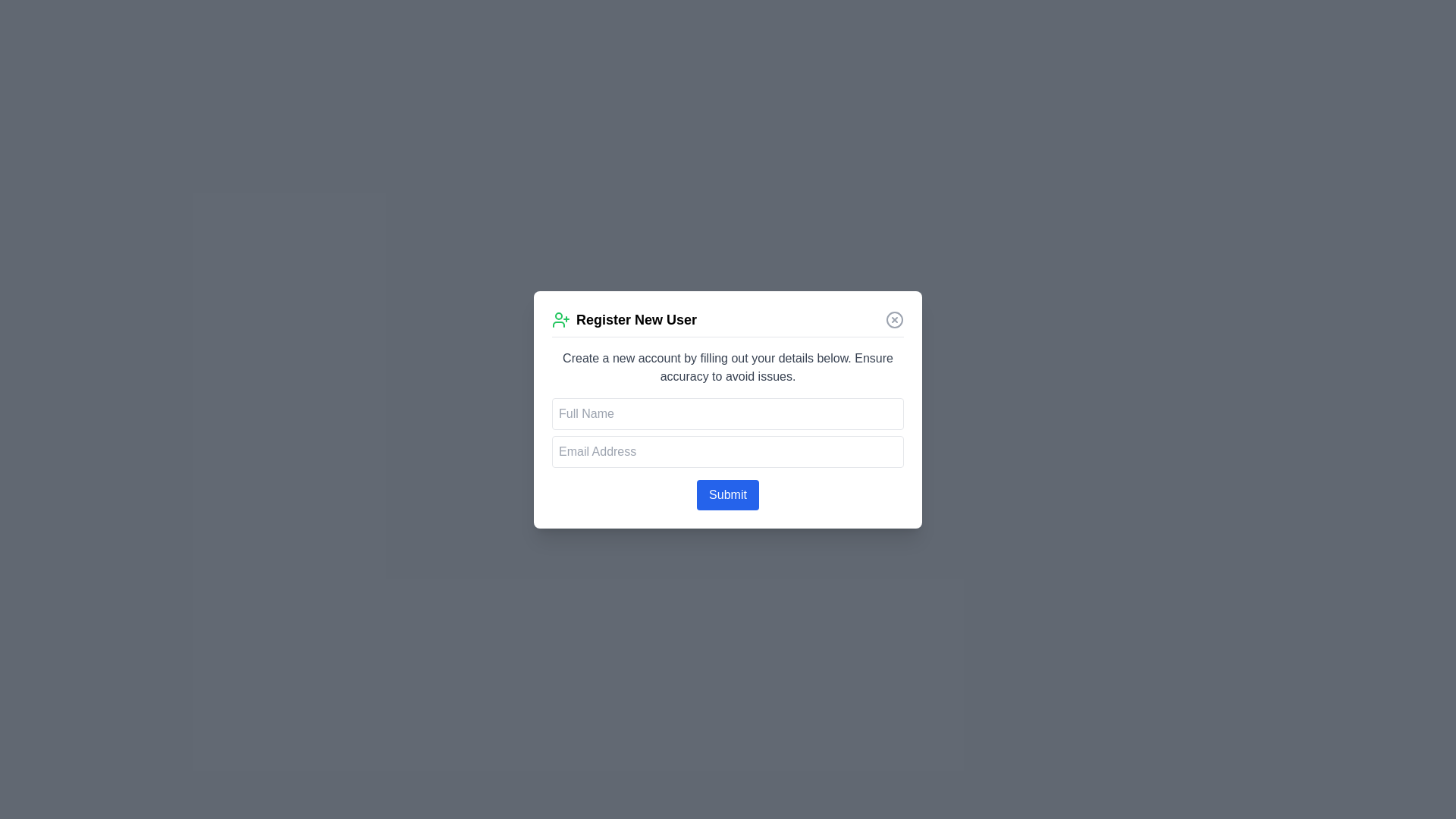 The width and height of the screenshot is (1456, 819). Describe the element at coordinates (895, 318) in the screenshot. I see `the close button to dismiss the dialog` at that location.